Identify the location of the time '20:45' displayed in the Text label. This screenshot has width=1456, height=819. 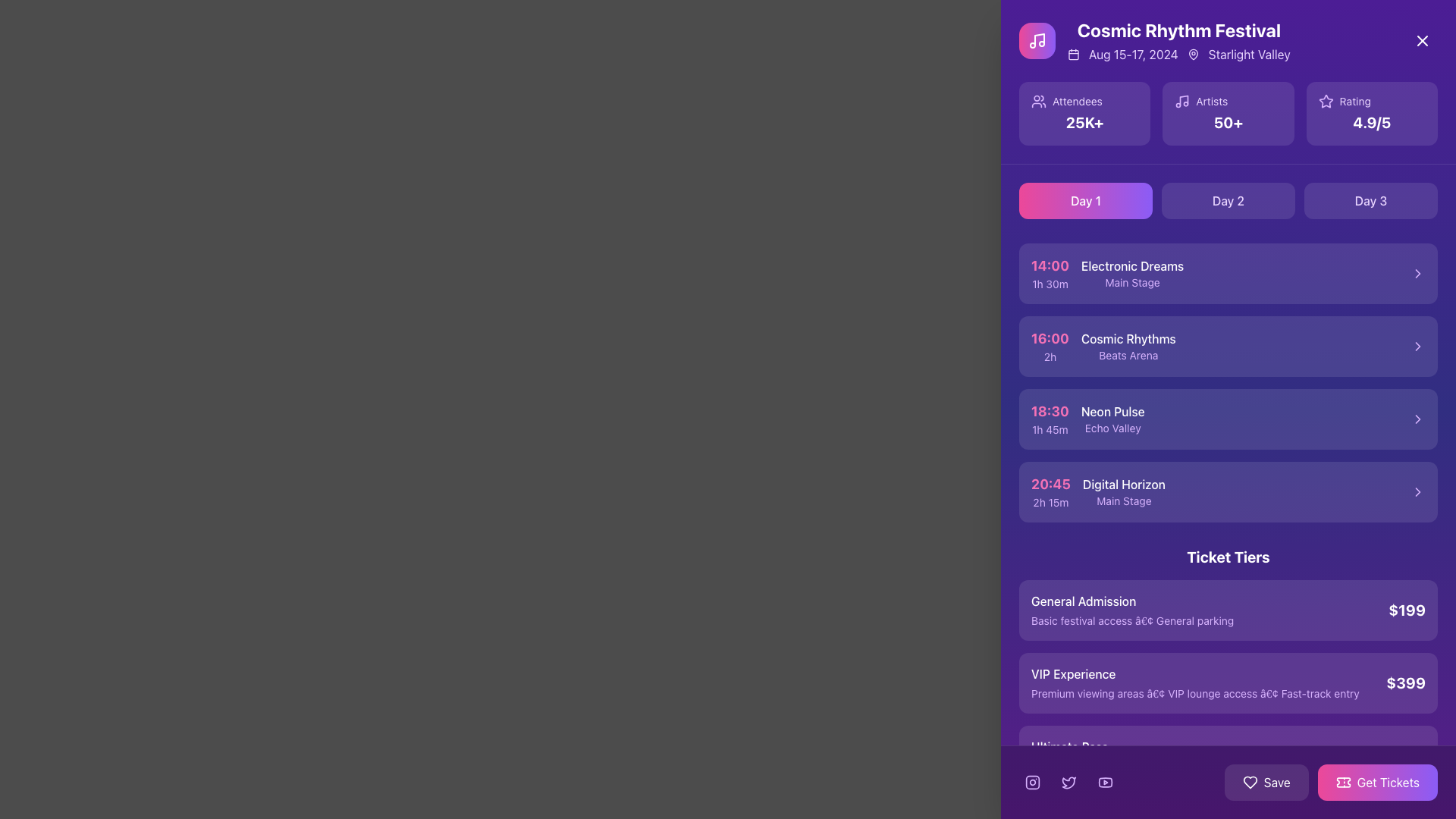
(1050, 484).